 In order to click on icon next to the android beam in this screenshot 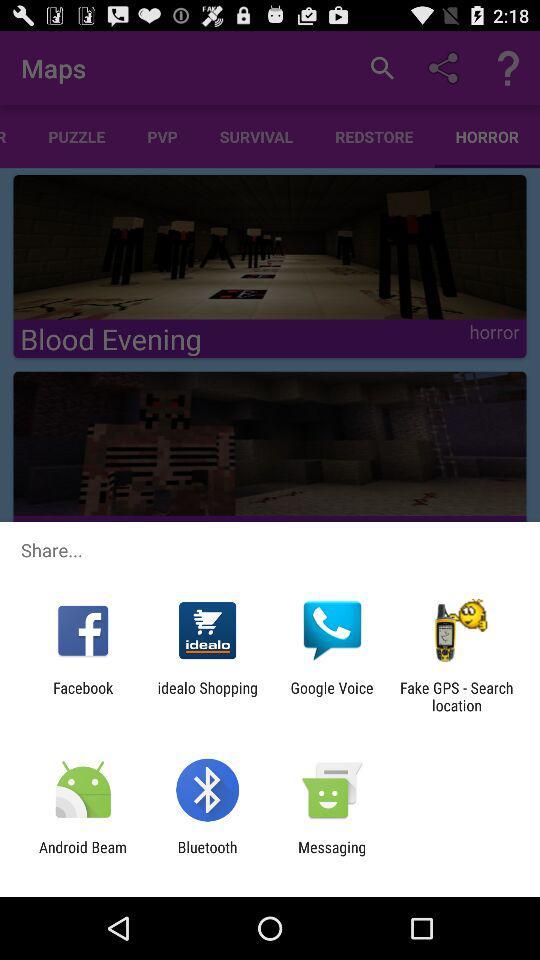, I will do `click(206, 855)`.